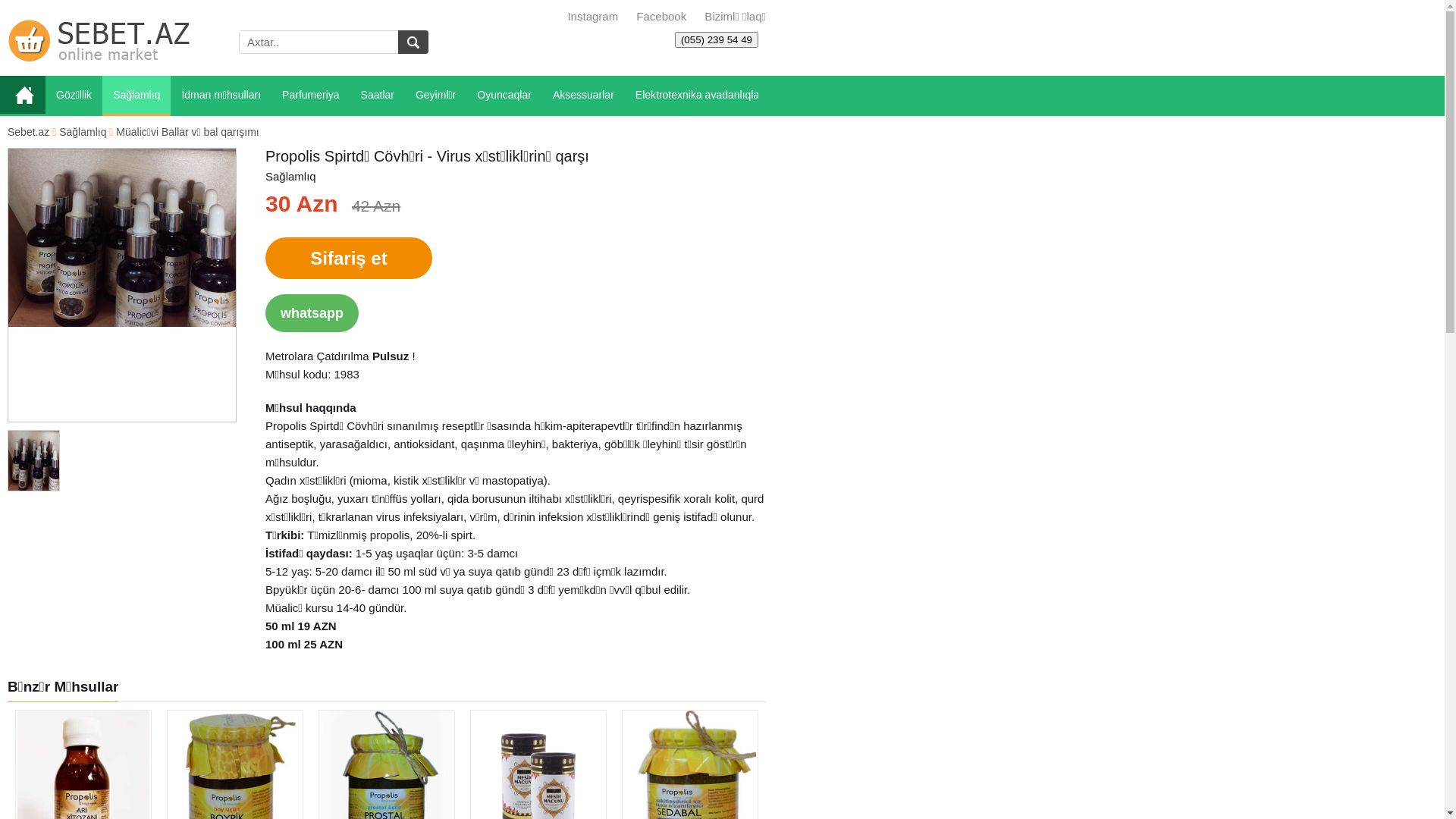  Describe the element at coordinates (542, 96) in the screenshot. I see `'Aksessuarlar'` at that location.